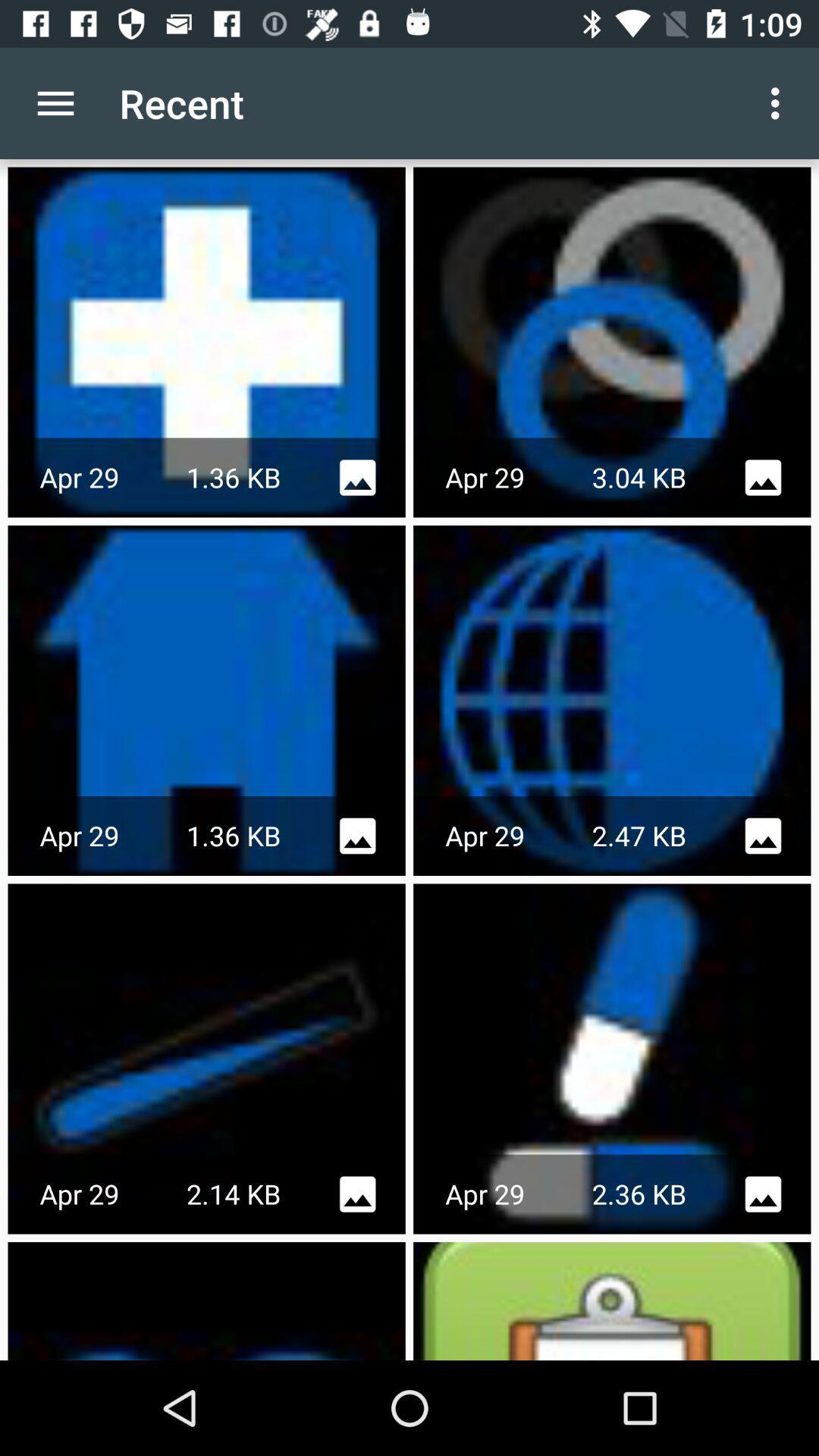 This screenshot has width=819, height=1456. Describe the element at coordinates (55, 102) in the screenshot. I see `app next to recent item` at that location.